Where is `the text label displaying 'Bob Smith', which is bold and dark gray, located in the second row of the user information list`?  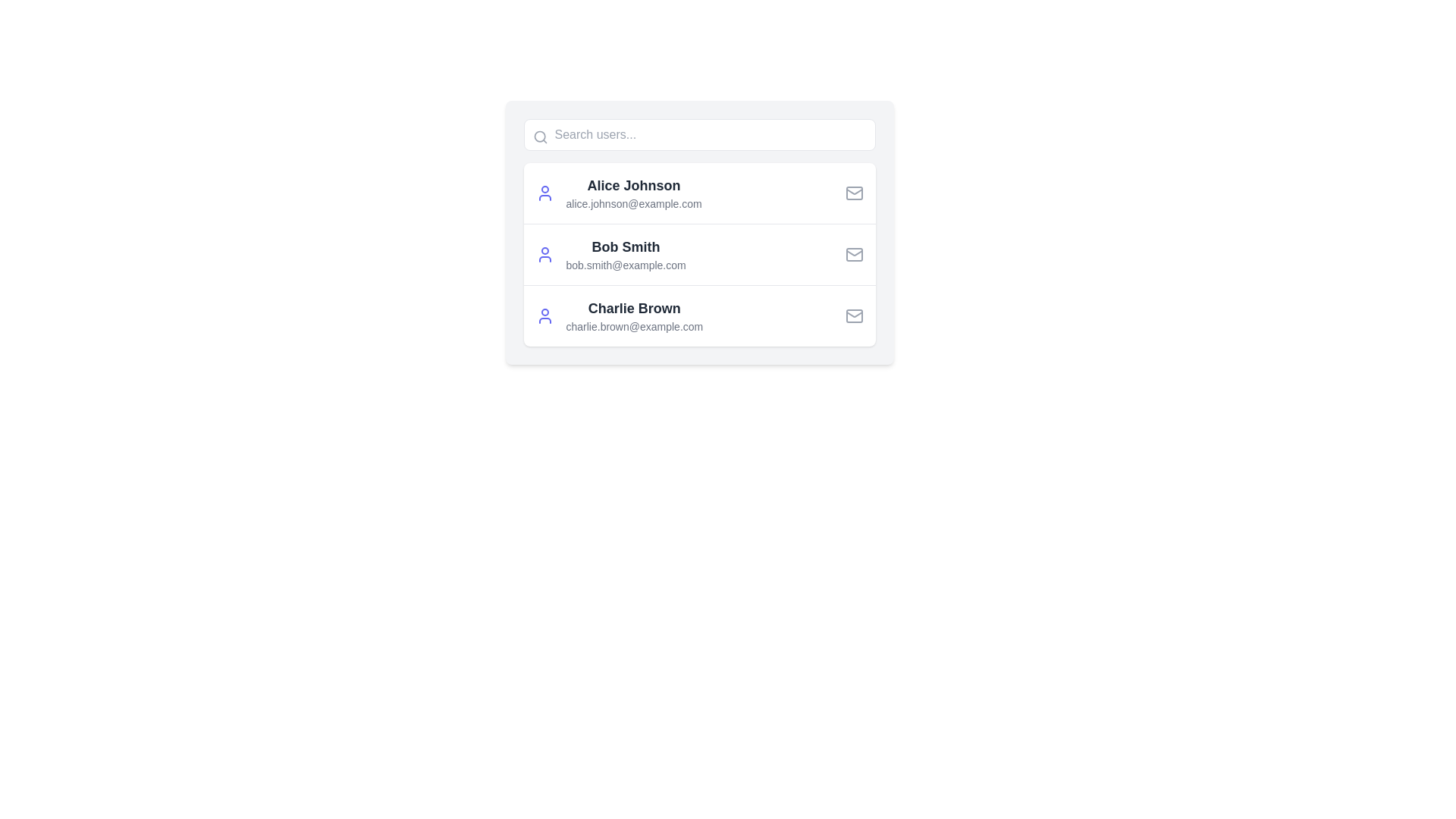 the text label displaying 'Bob Smith', which is bold and dark gray, located in the second row of the user information list is located at coordinates (626, 246).